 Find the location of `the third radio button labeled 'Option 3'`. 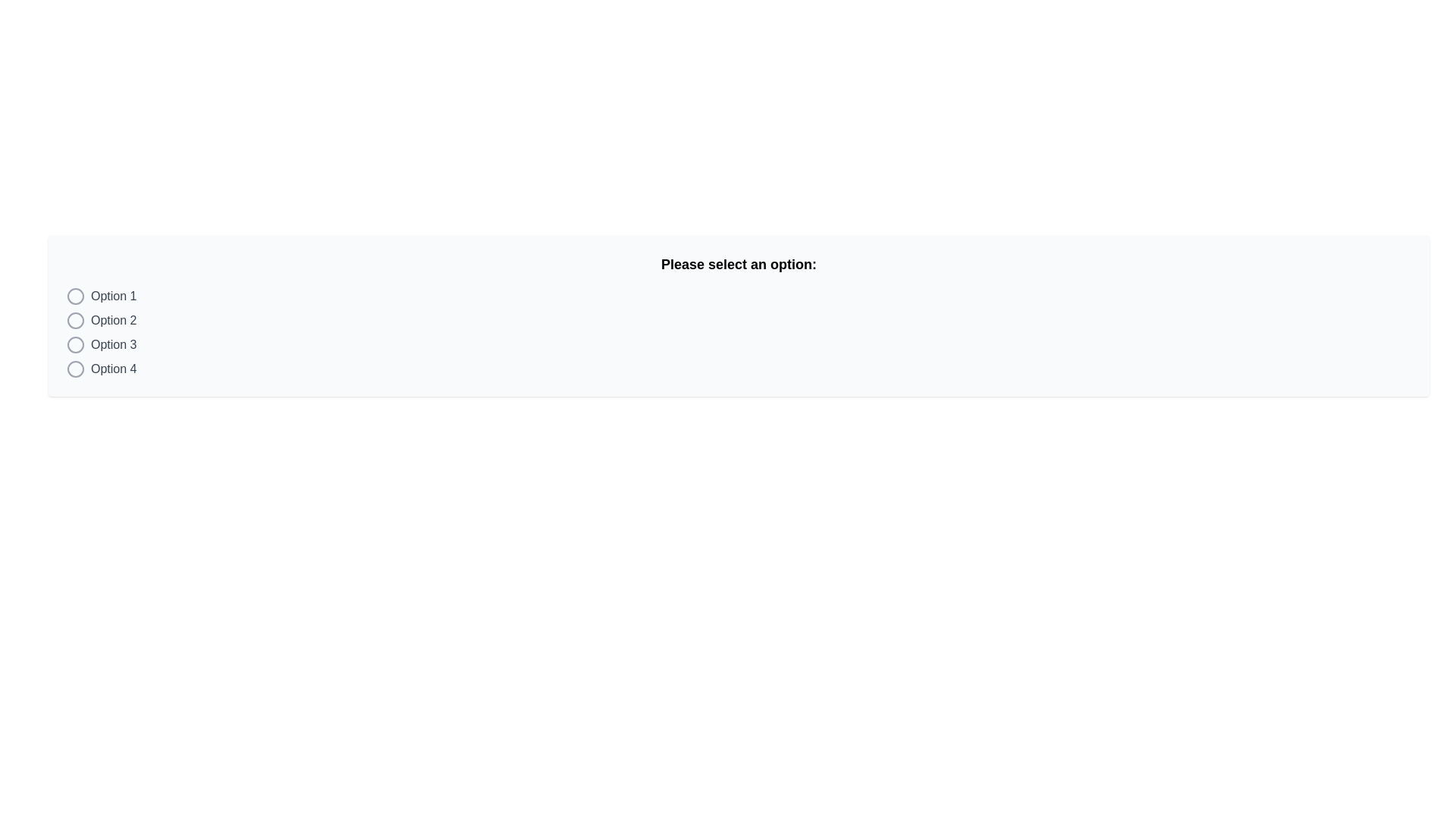

the third radio button labeled 'Option 3' is located at coordinates (75, 345).